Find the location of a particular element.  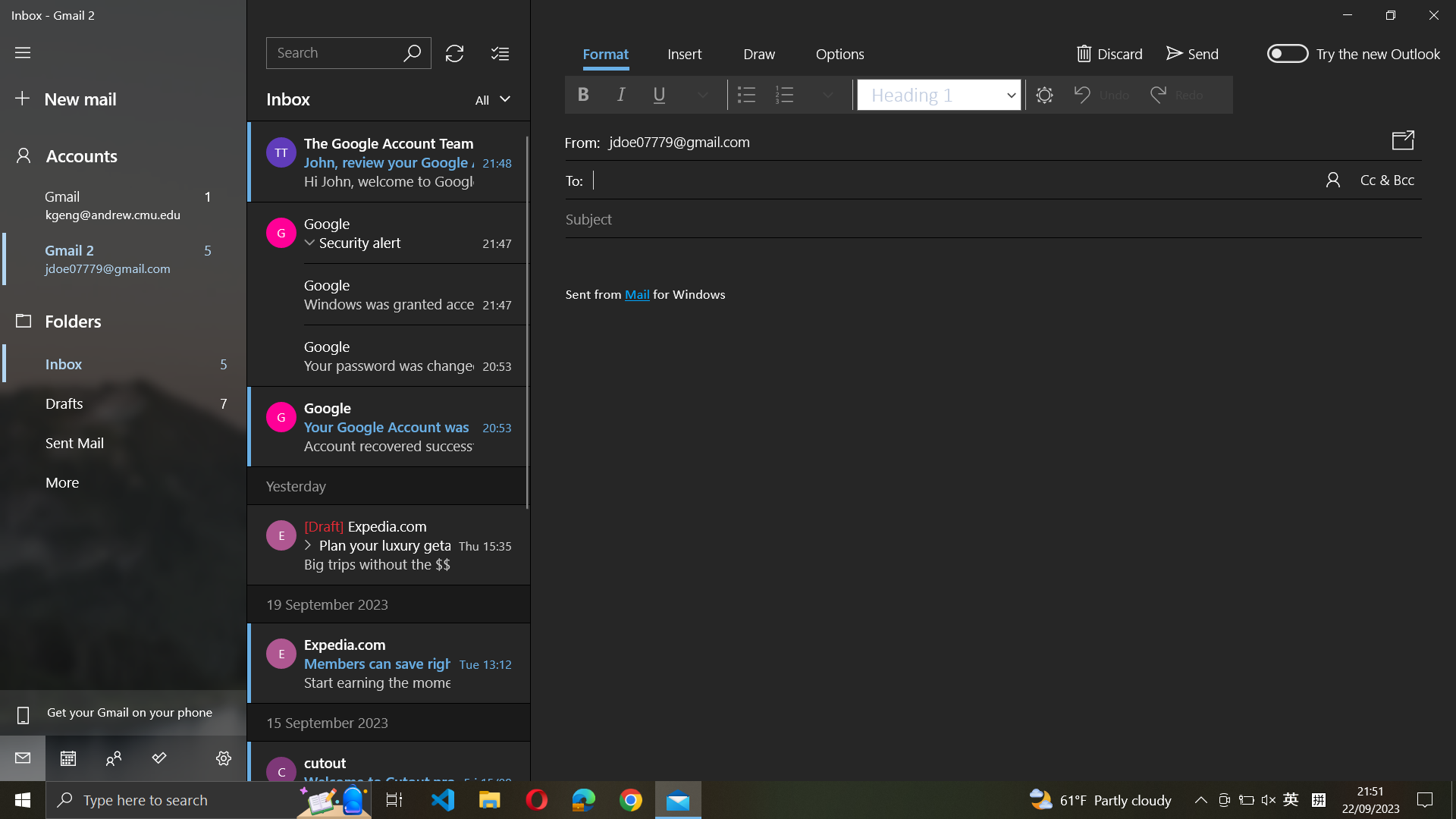

Add recipient as "xyz@gmail.com is located at coordinates (967, 177).